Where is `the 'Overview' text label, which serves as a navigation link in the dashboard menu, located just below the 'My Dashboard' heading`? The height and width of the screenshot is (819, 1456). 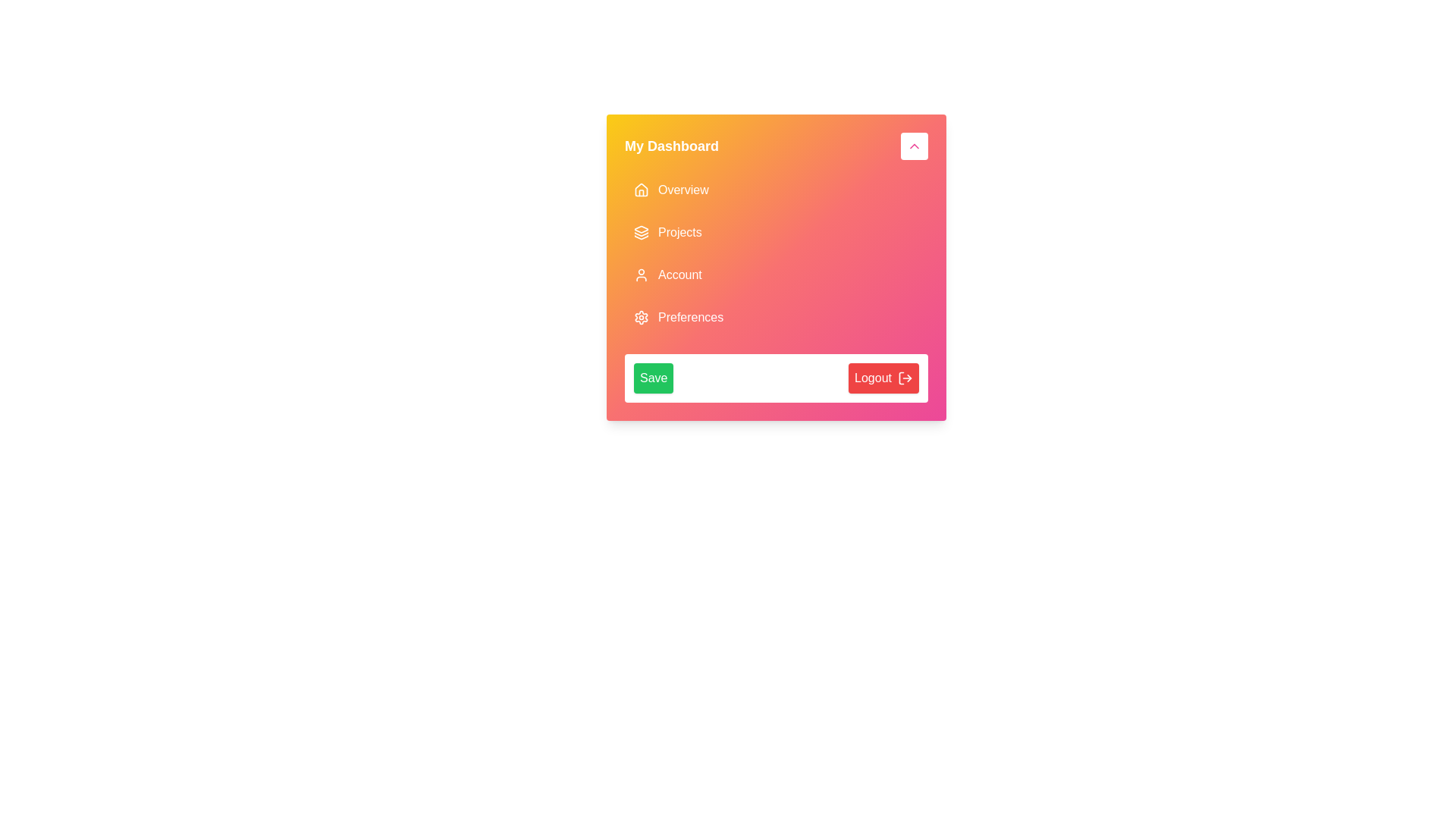 the 'Overview' text label, which serves as a navigation link in the dashboard menu, located just below the 'My Dashboard' heading is located at coordinates (682, 189).